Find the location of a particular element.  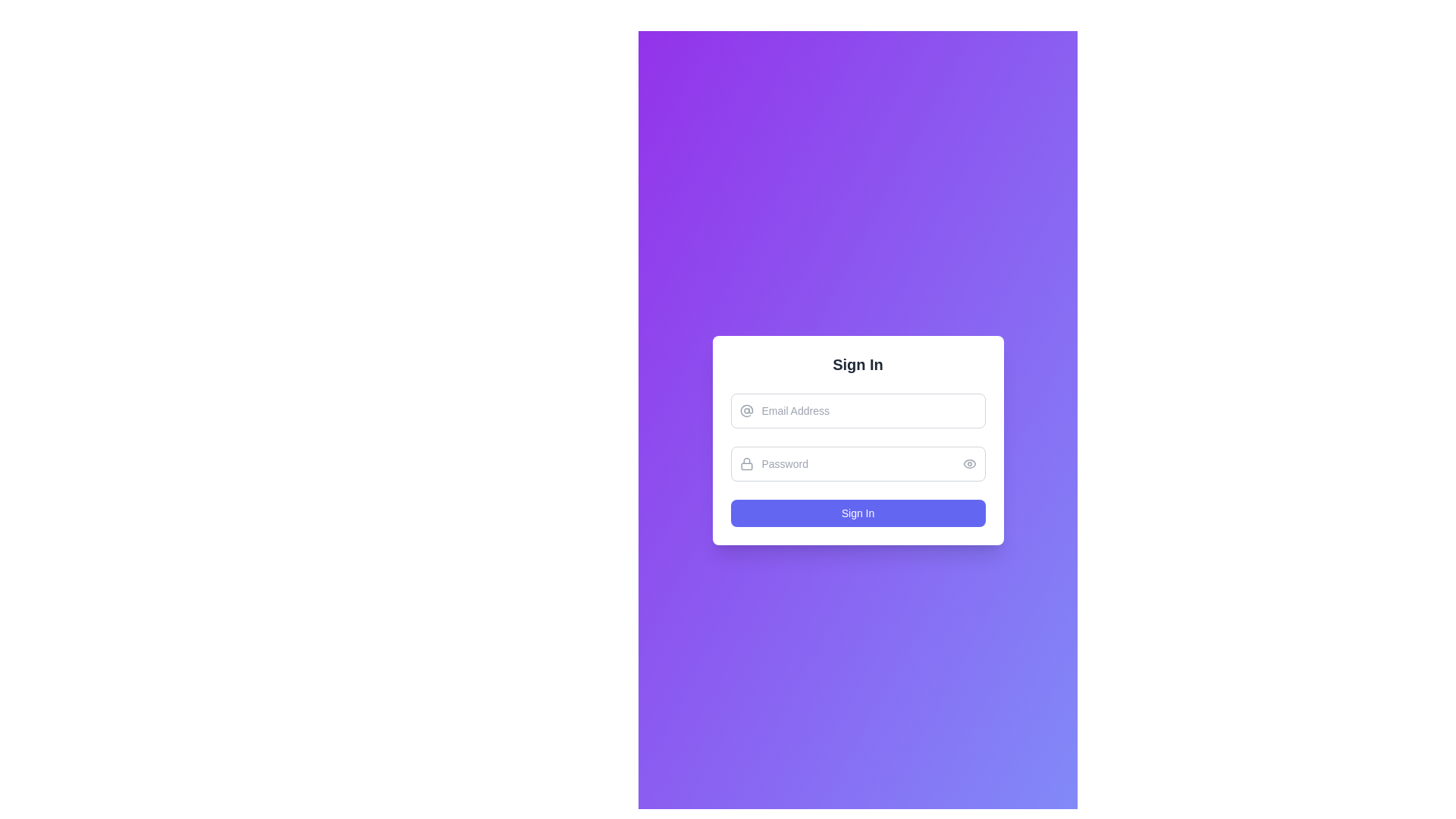

the password visibility toggle button, which is a transparent button with a gray outlined eye icon positioned on the right side of the password input field is located at coordinates (968, 463).